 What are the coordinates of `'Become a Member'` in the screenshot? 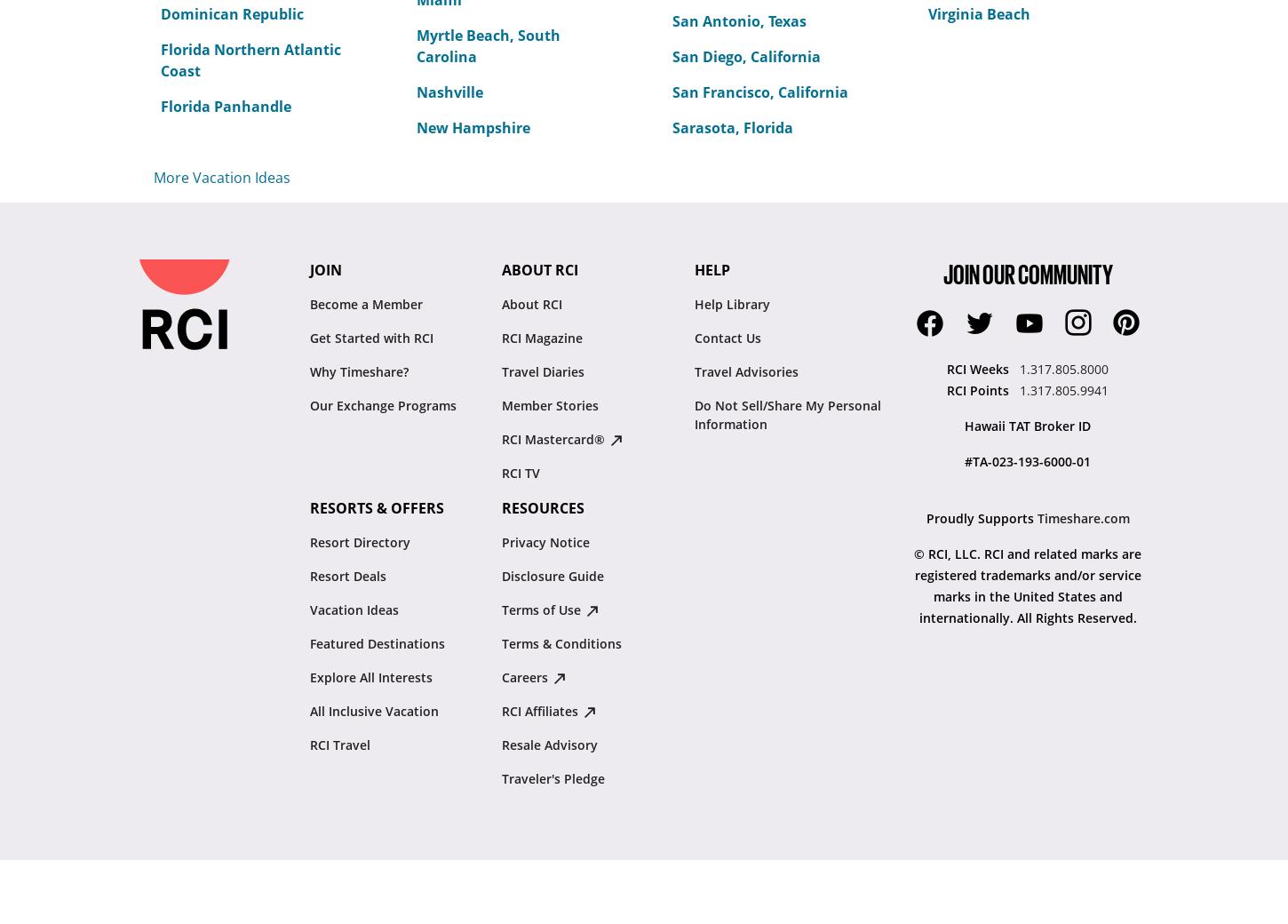 It's located at (365, 303).